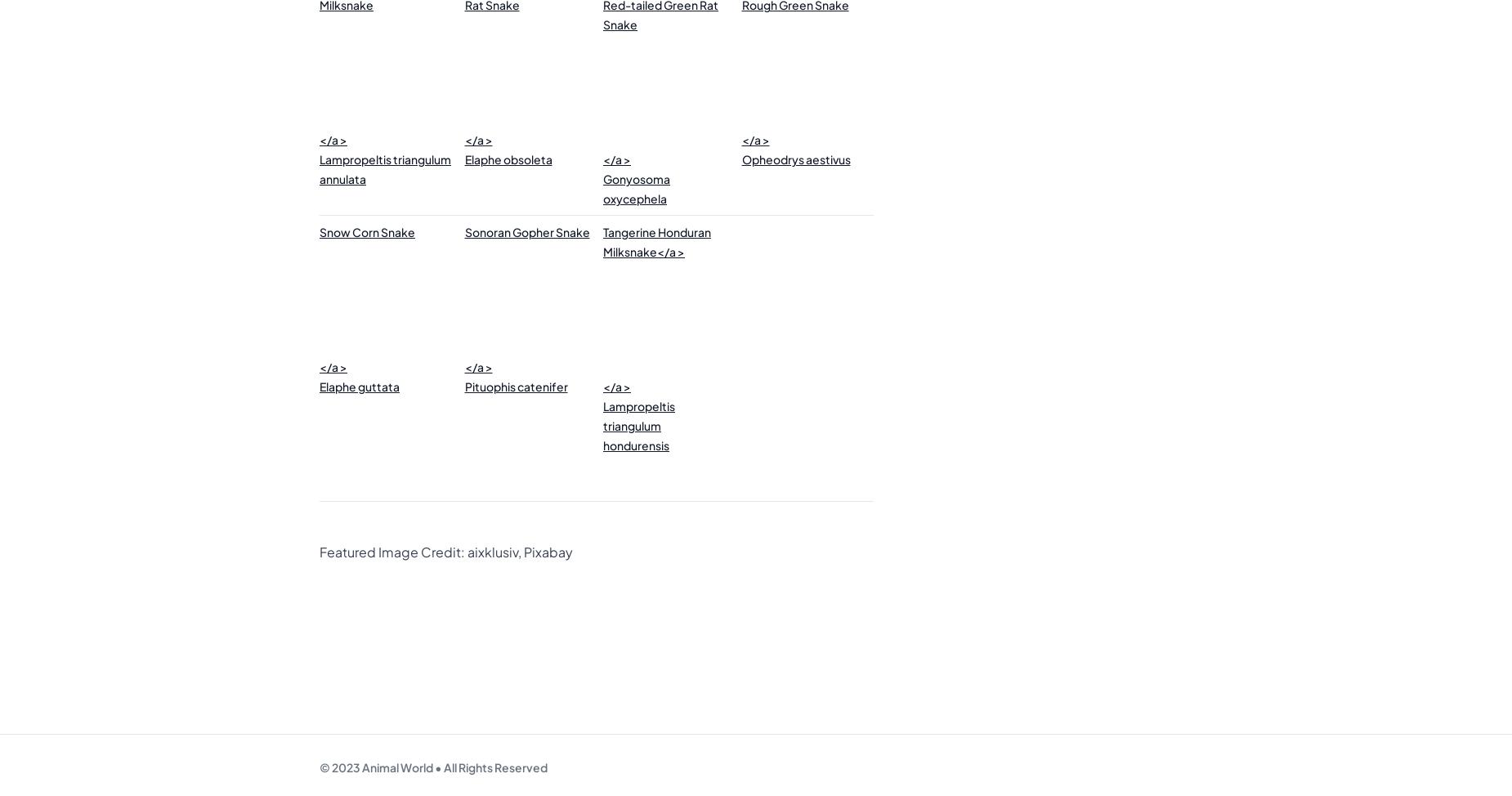 This screenshot has width=1512, height=796. What do you see at coordinates (637, 189) in the screenshot?
I see `'Gonyosoma oxycephela'` at bounding box center [637, 189].